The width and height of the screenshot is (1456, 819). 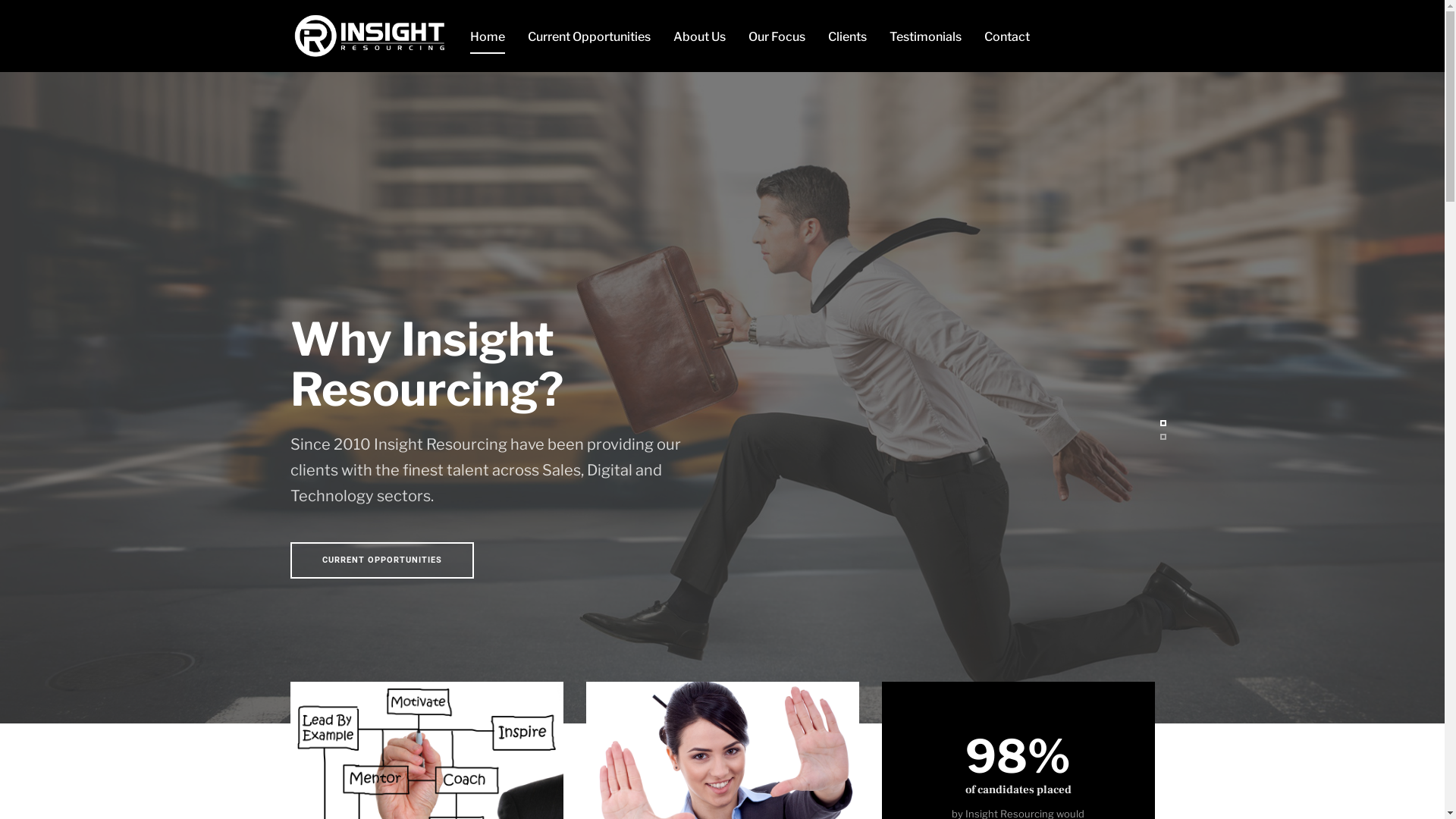 I want to click on 'Our Focus', so click(x=777, y=35).